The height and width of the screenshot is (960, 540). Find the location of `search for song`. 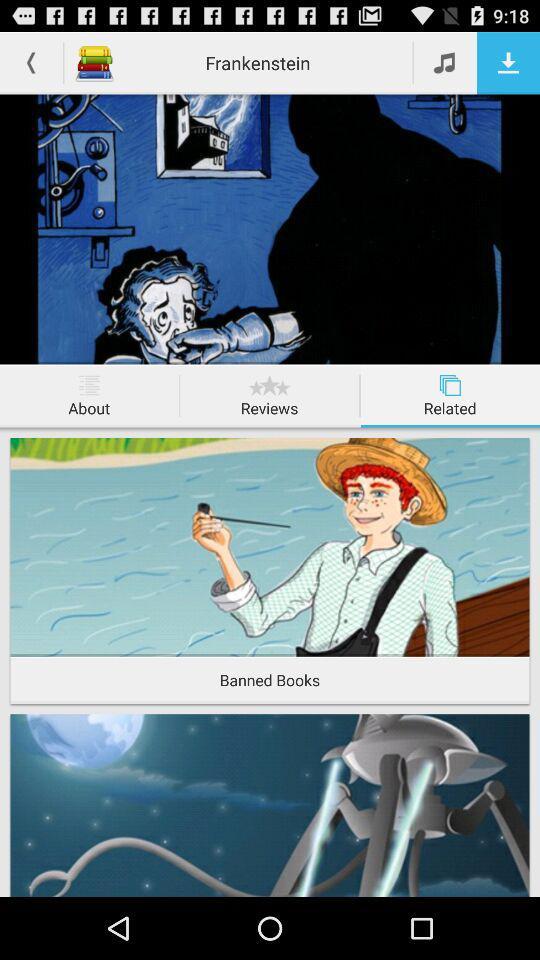

search for song is located at coordinates (445, 62).